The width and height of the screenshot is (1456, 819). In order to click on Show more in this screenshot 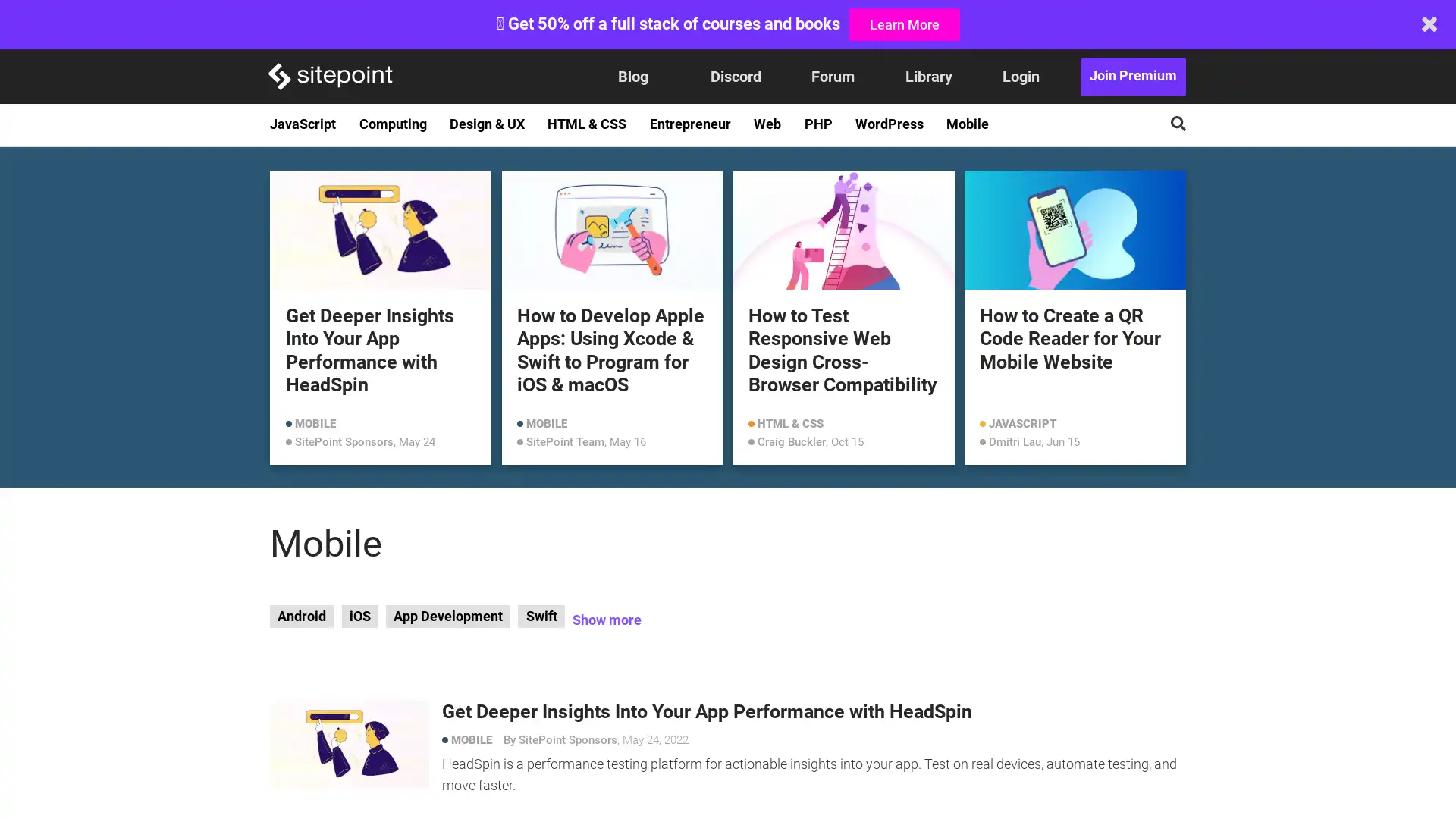, I will do `click(605, 620)`.